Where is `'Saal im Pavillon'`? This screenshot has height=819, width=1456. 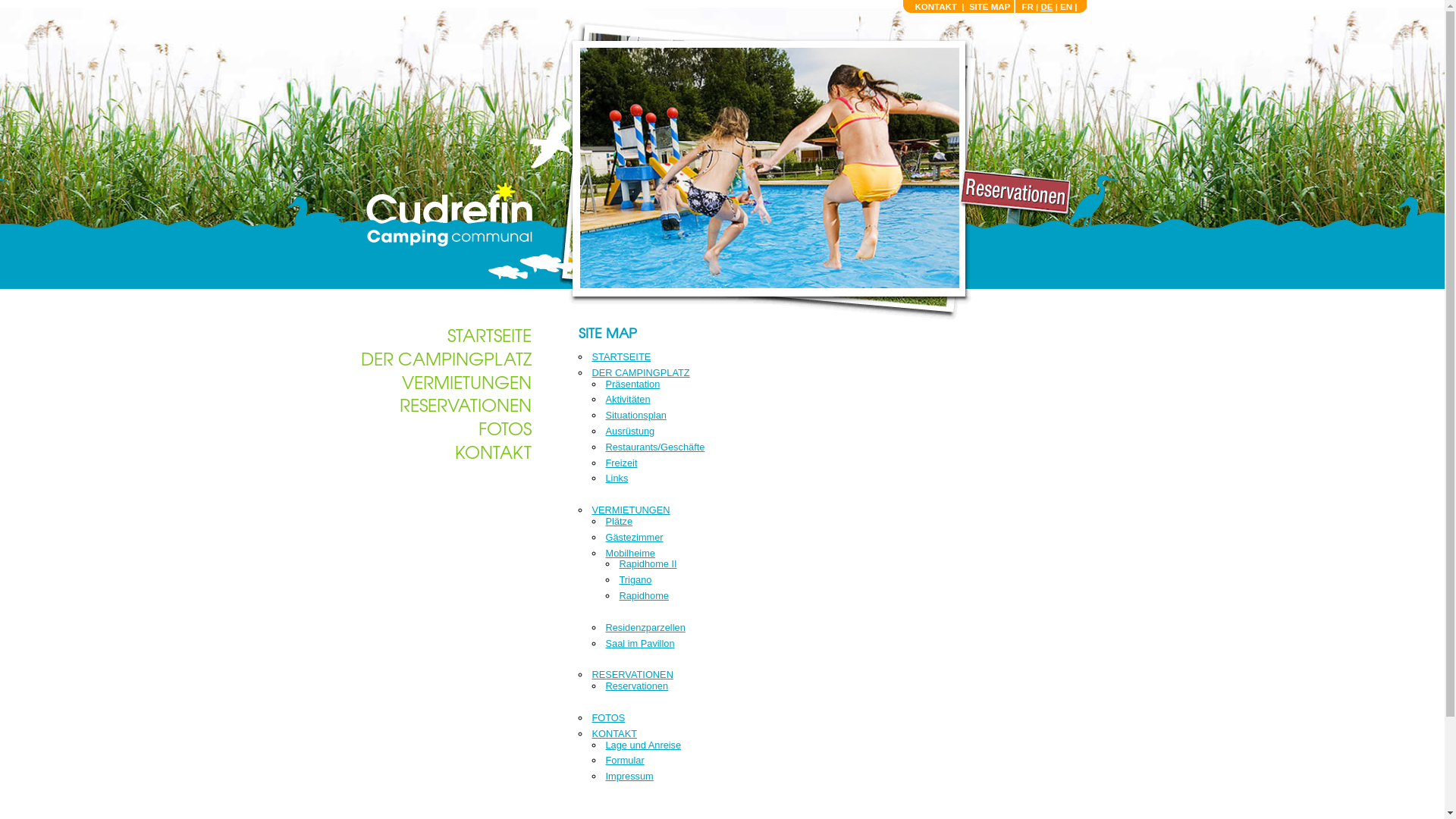
'Saal im Pavillon' is located at coordinates (604, 643).